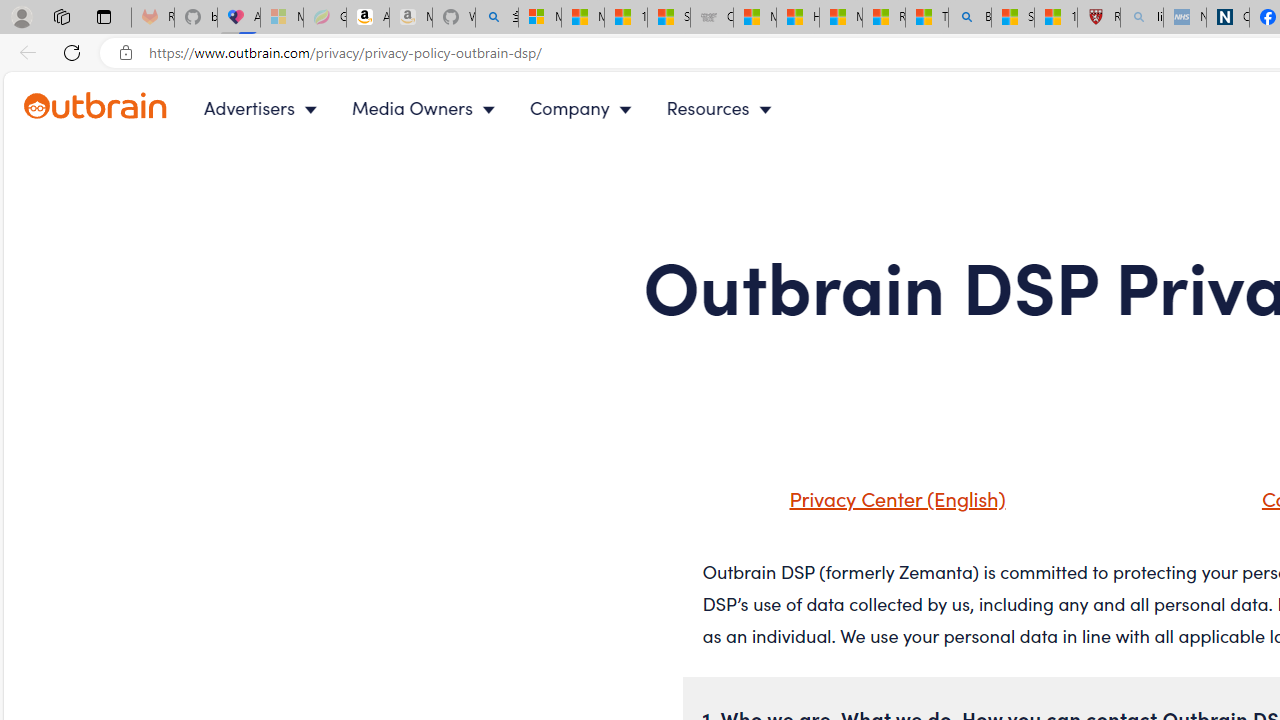 The height and width of the screenshot is (720, 1280). I want to click on 'Advertisers', so click(263, 108).